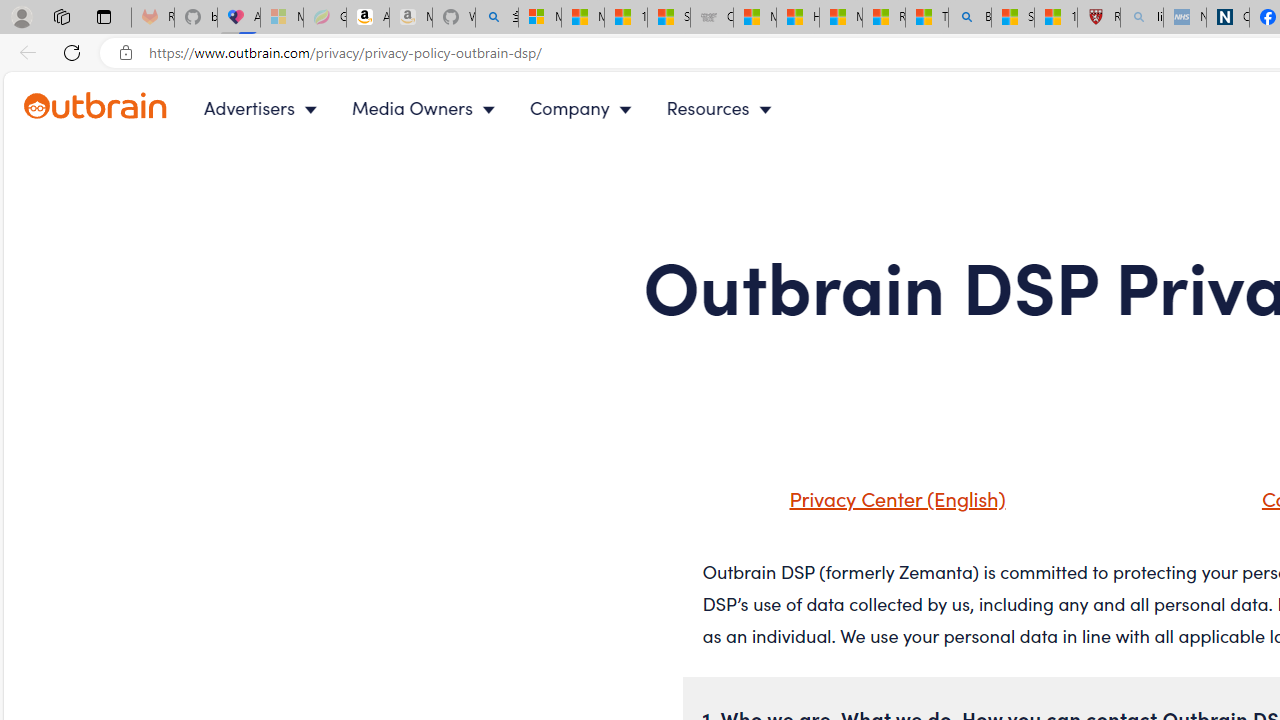 The height and width of the screenshot is (720, 1280). I want to click on 'Advertisers', so click(263, 108).